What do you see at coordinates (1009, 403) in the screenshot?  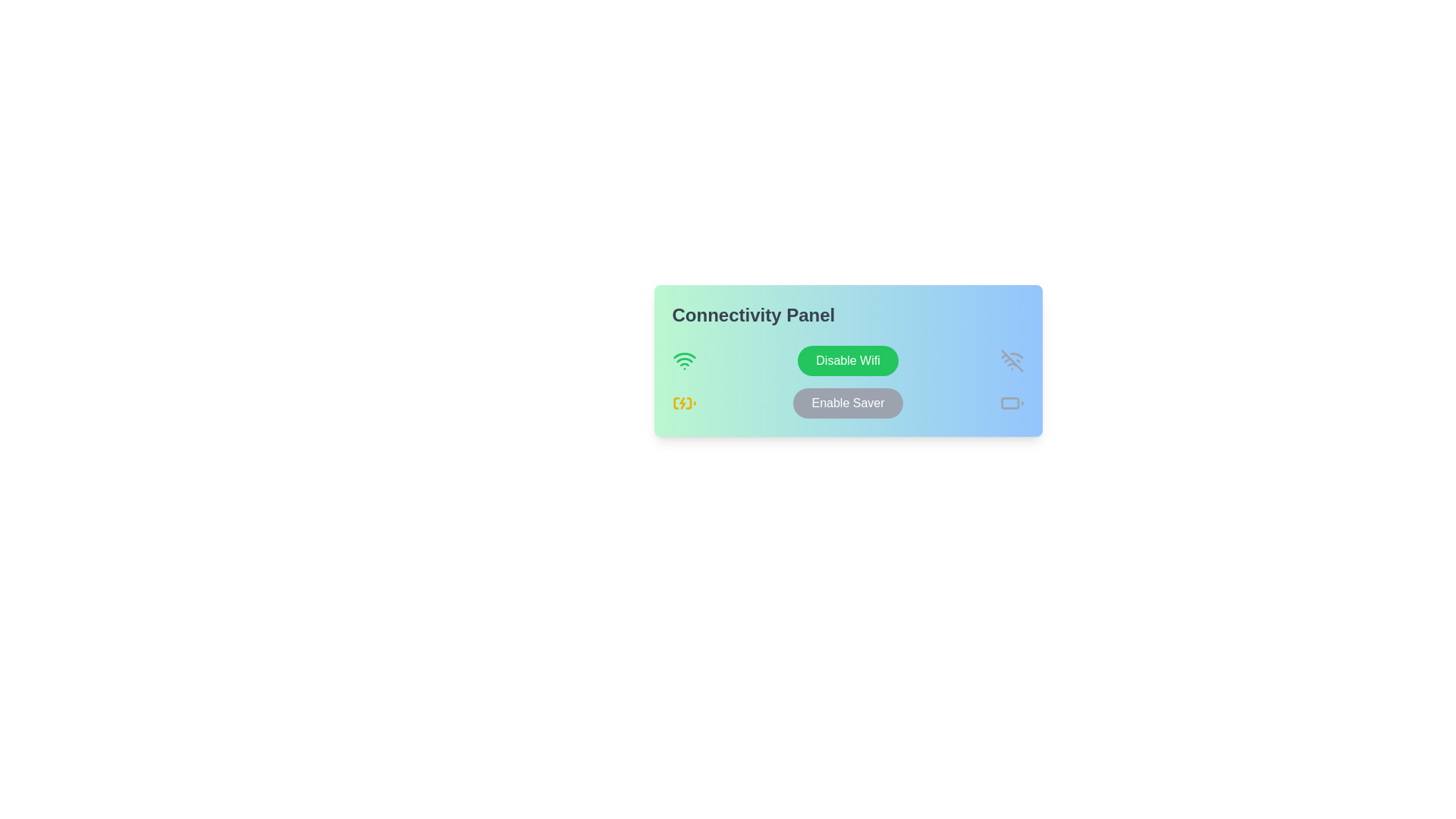 I see `the main body of the battery icon, which is a rectangular shape with rounded corners, located in the bottom-right corner of the UI panel` at bounding box center [1009, 403].